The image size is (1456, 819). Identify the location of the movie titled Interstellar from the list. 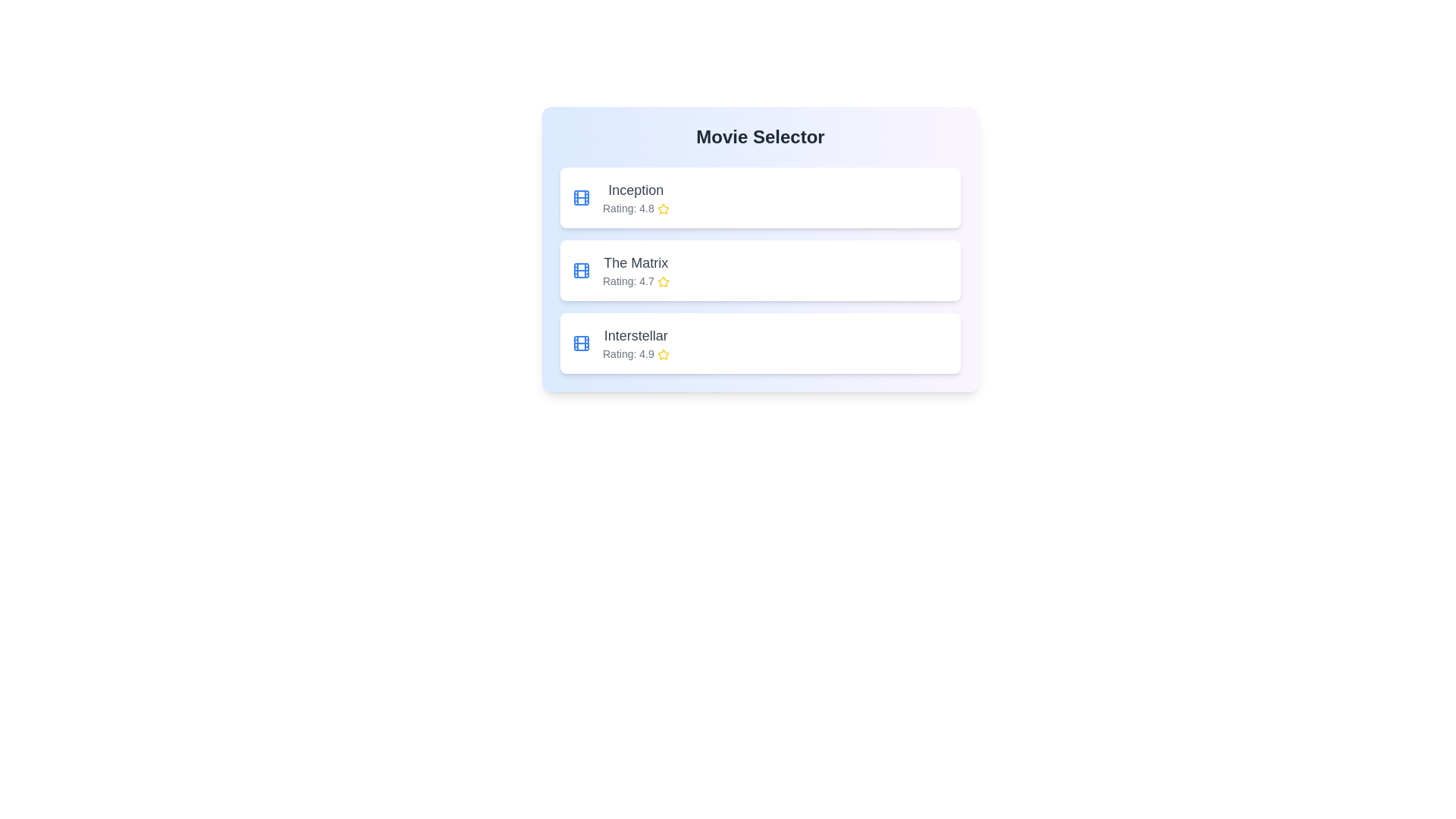
(761, 343).